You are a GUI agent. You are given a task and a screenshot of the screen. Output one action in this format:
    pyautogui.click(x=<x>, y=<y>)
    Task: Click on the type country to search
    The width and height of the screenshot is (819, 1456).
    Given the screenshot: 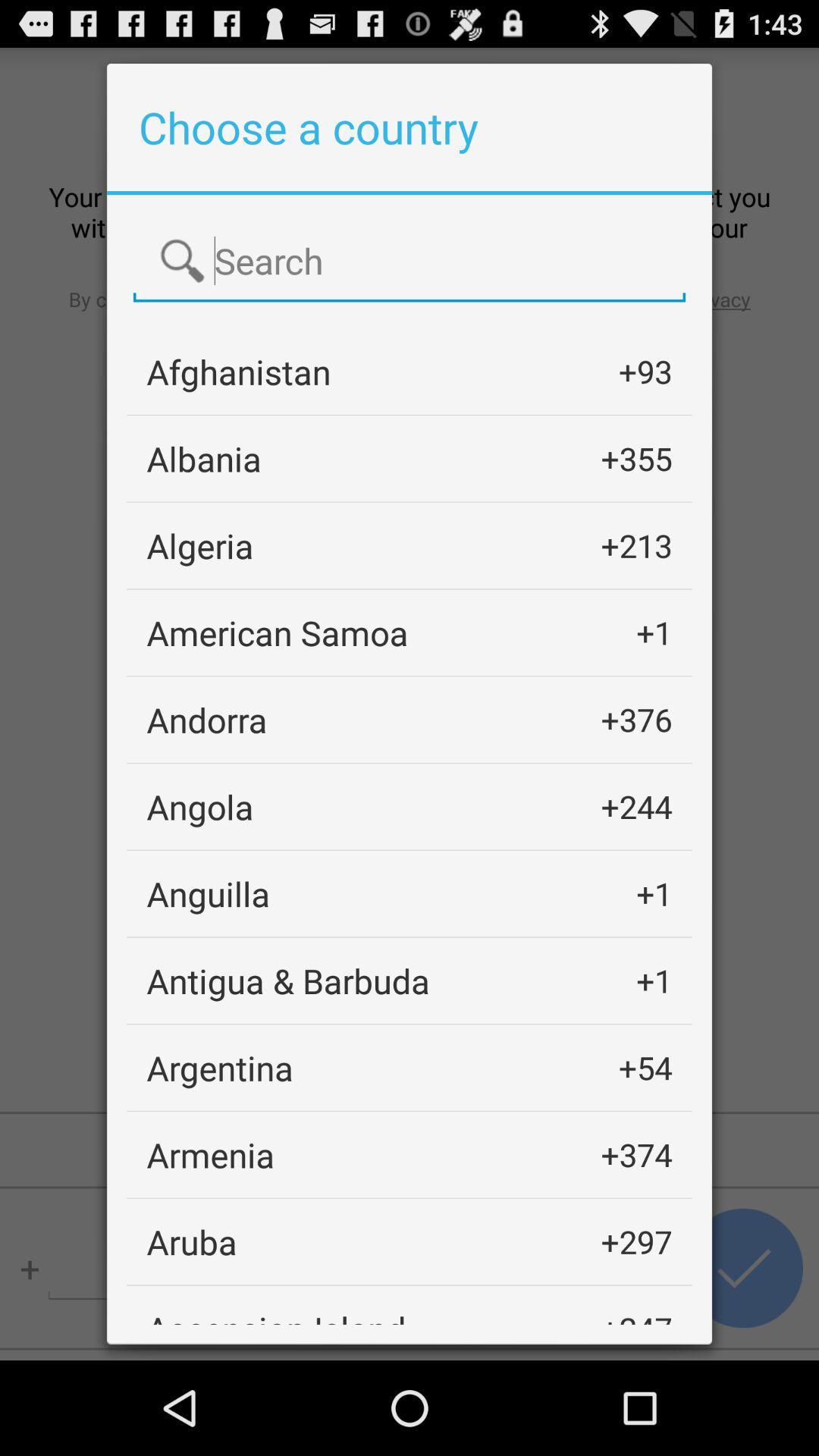 What is the action you would take?
    pyautogui.click(x=409, y=262)
    